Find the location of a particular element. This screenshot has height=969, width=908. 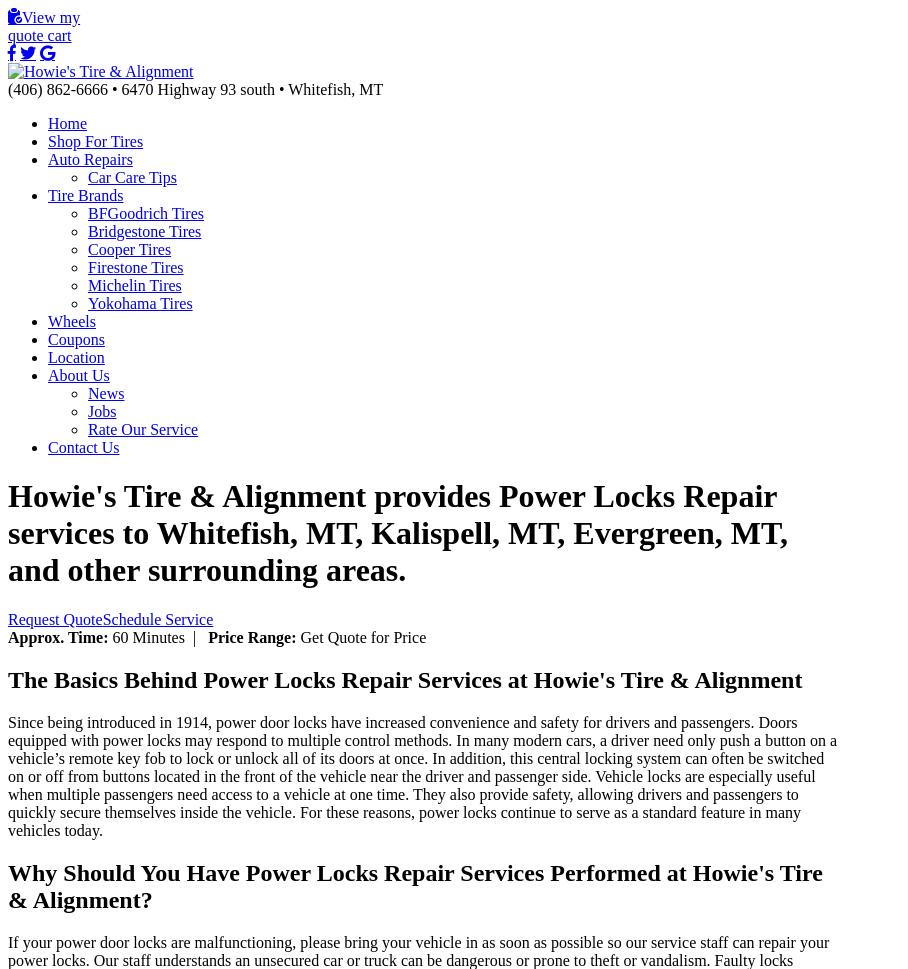

'Approx. Time:' is located at coordinates (6, 636).